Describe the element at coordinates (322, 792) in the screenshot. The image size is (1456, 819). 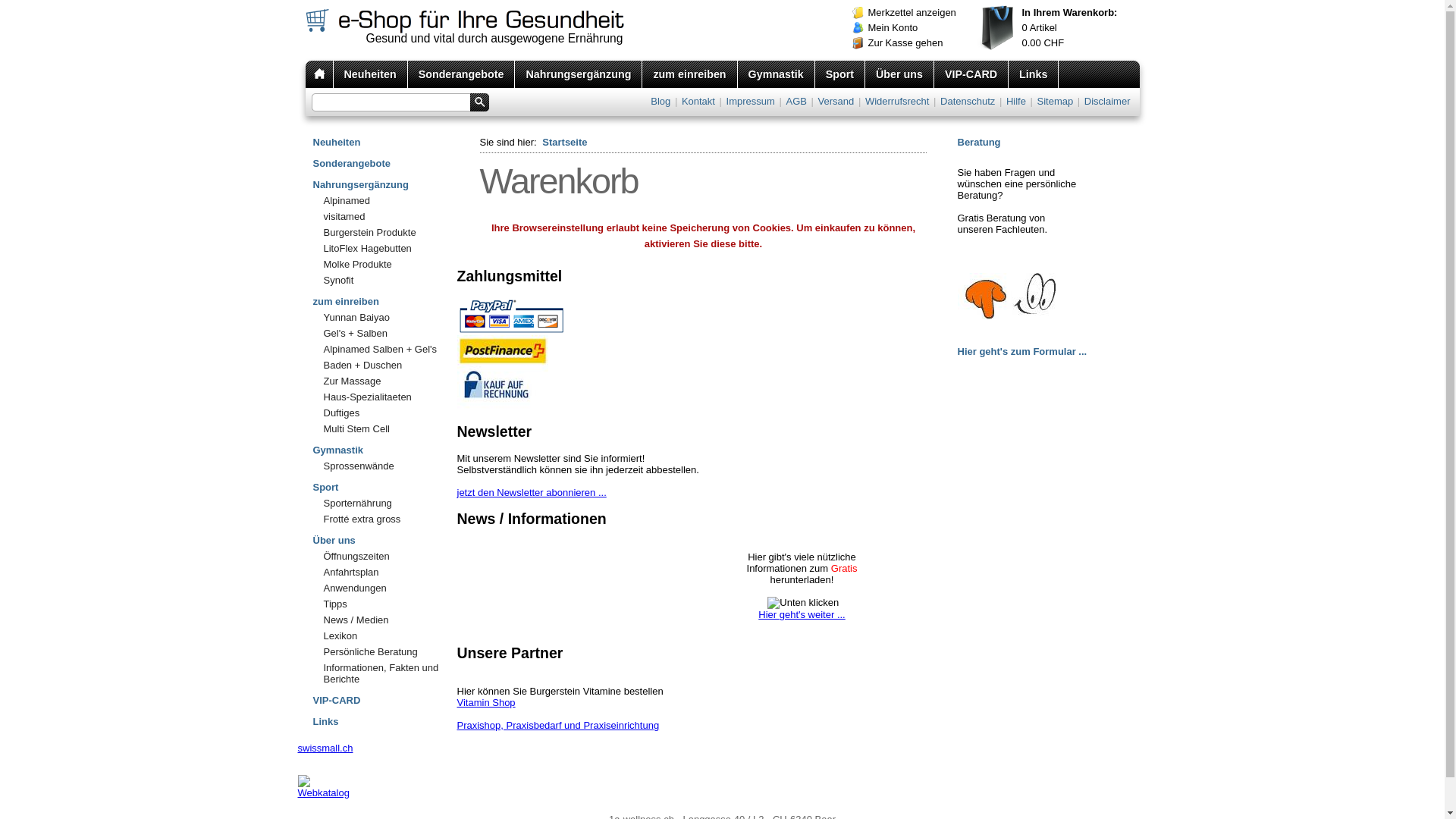
I see `'Webkatalog'` at that location.